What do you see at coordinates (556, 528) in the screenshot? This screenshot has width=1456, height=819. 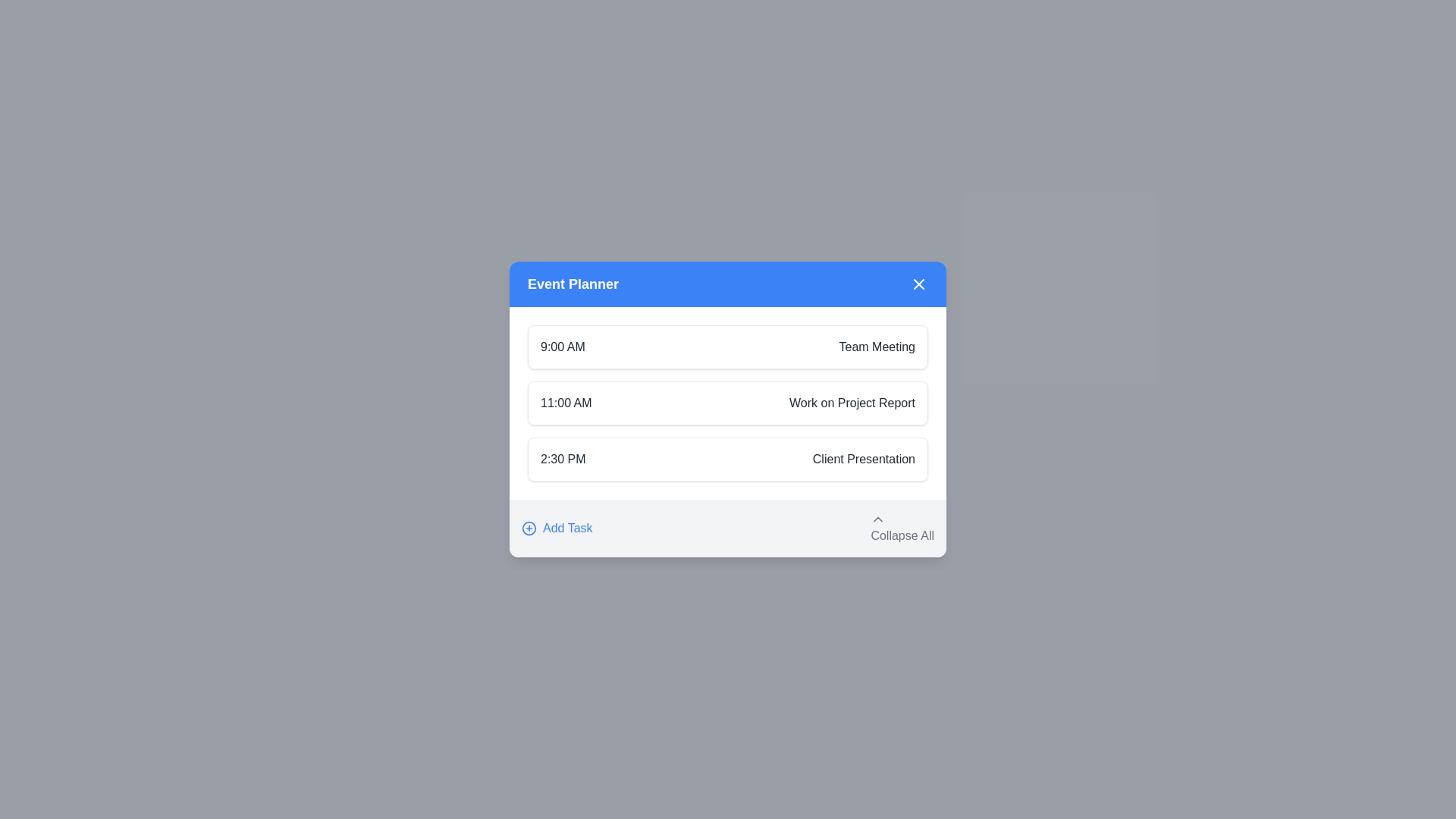 I see `the 'Add Task' button to initiate adding a new task` at bounding box center [556, 528].